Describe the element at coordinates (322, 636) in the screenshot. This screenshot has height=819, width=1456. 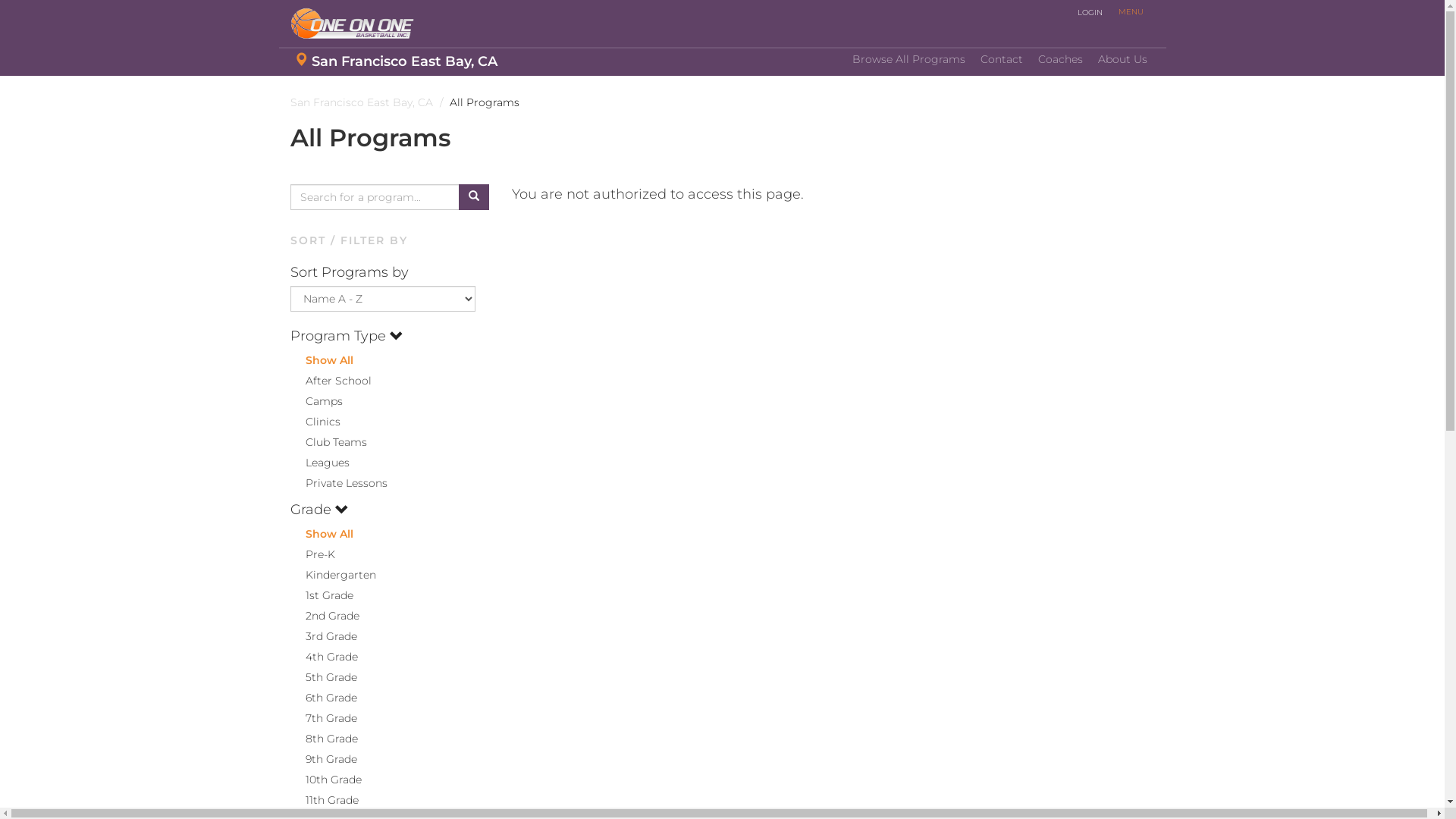
I see `'3rd Grade'` at that location.